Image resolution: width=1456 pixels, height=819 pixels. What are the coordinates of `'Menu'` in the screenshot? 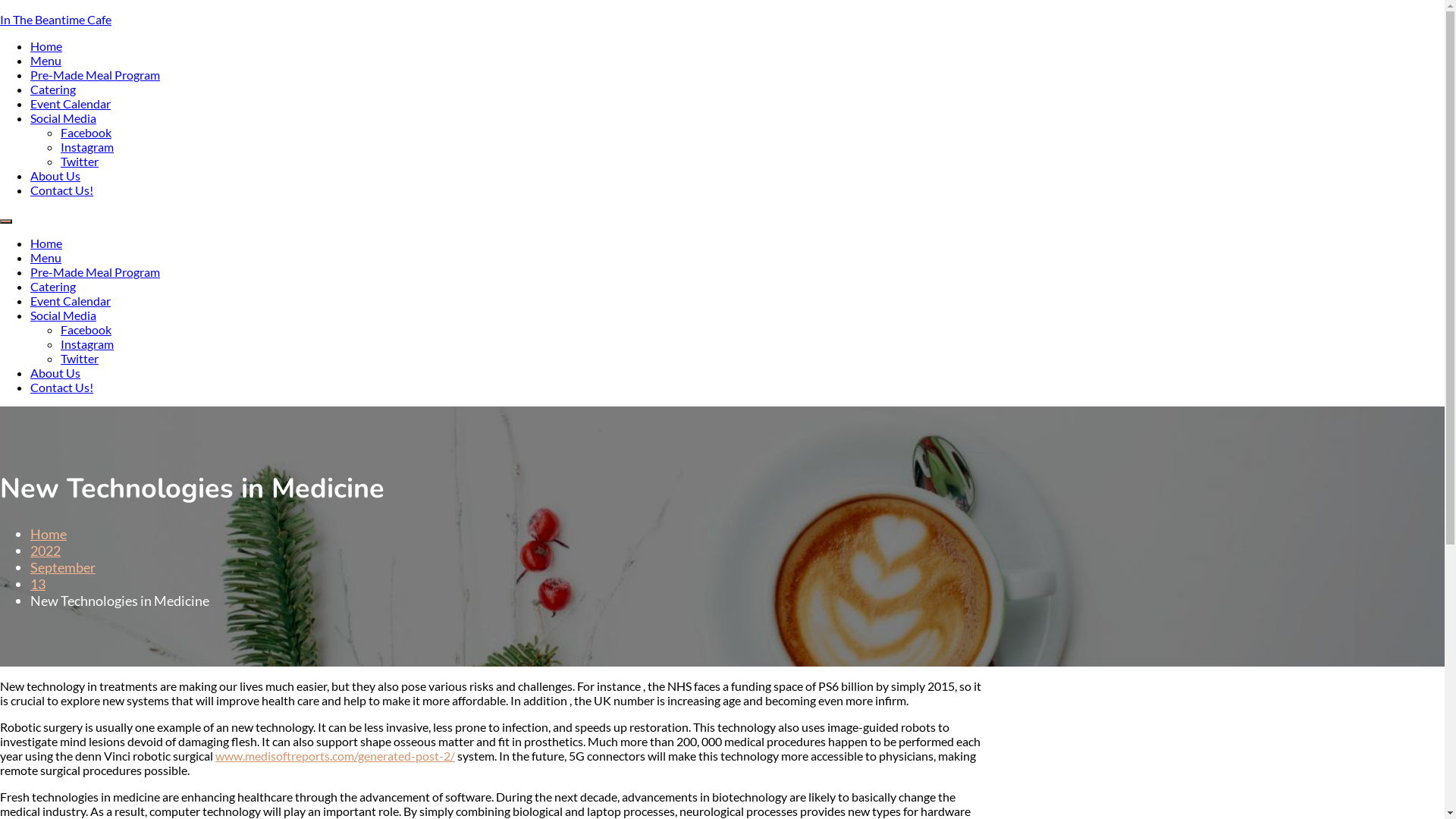 It's located at (45, 59).